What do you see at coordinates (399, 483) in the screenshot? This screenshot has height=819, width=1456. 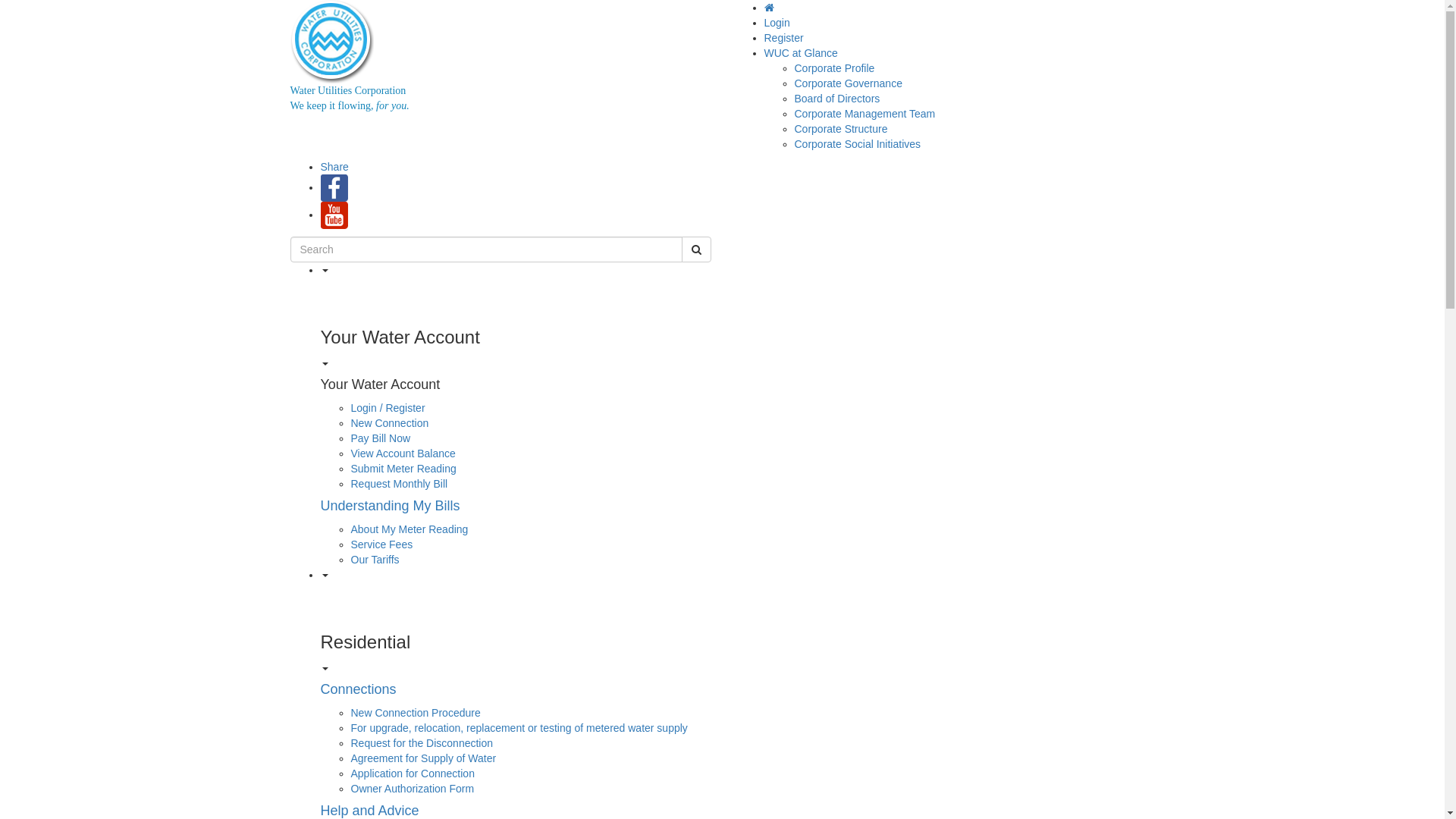 I see `'Request Monthly Bill'` at bounding box center [399, 483].